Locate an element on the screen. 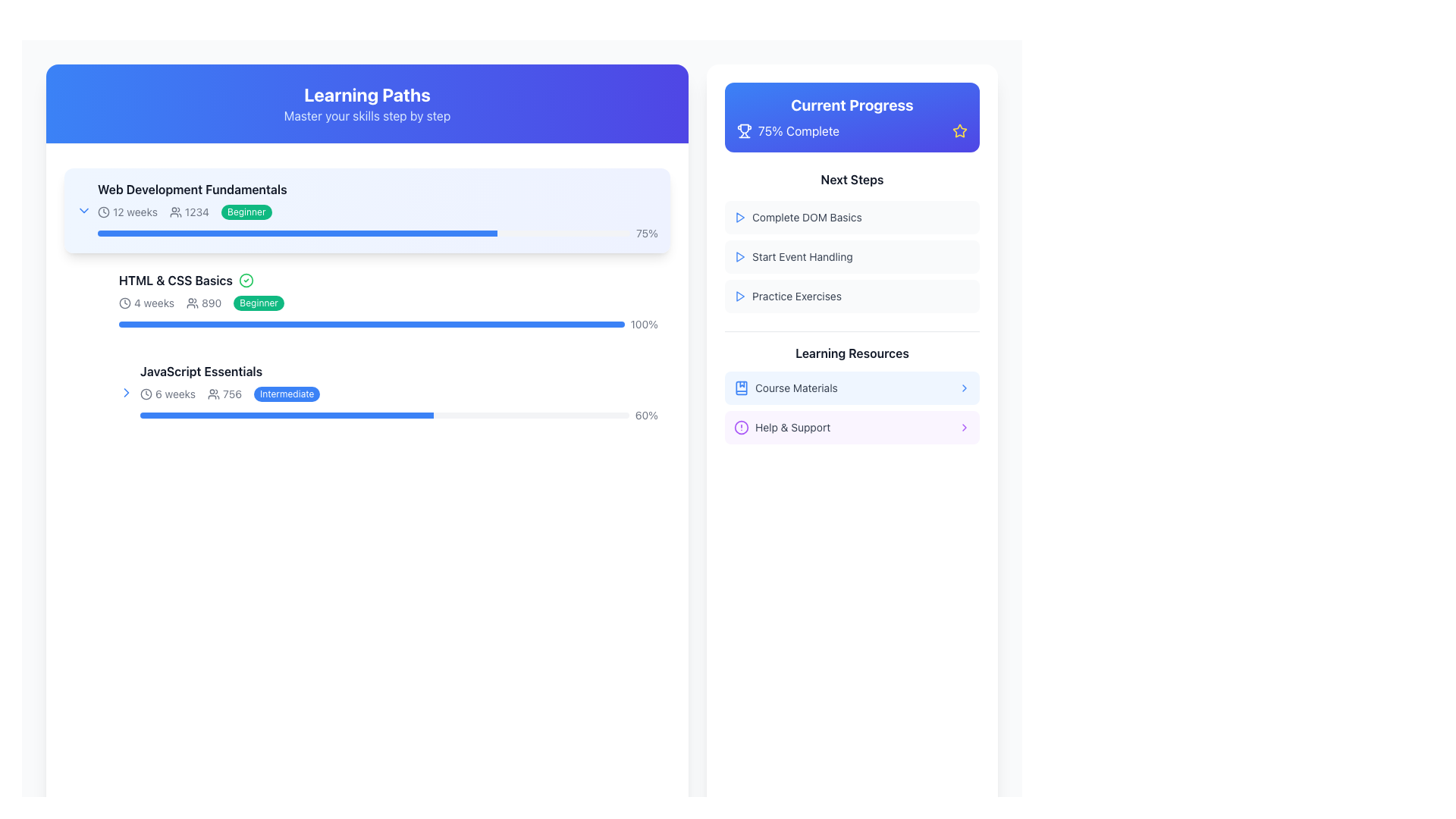  the icon located to the left of the 'Start Event Handling' text under the 'Current Progress' section is located at coordinates (739, 256).